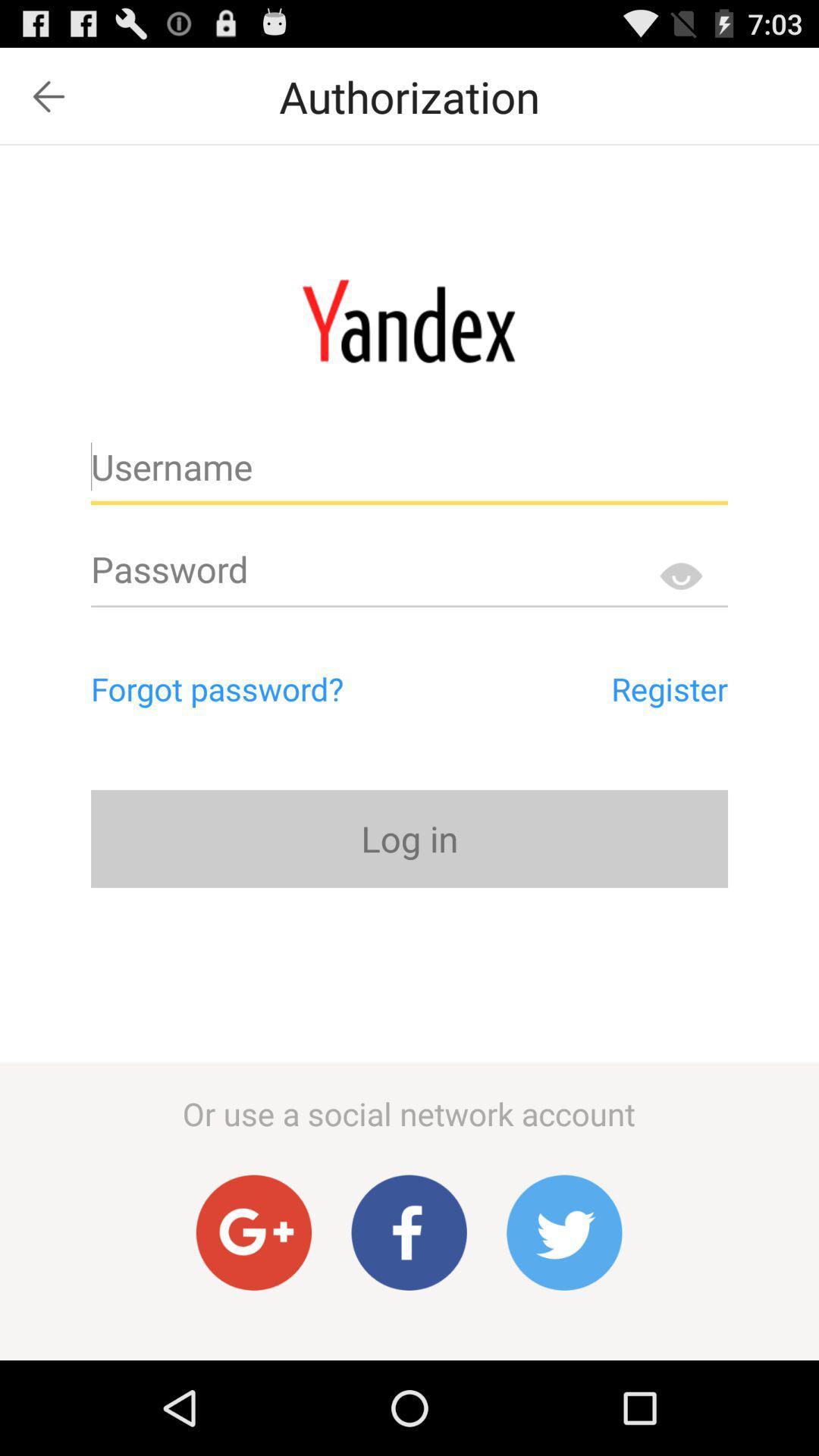 The image size is (819, 1456). I want to click on mail logo, so click(408, 320).